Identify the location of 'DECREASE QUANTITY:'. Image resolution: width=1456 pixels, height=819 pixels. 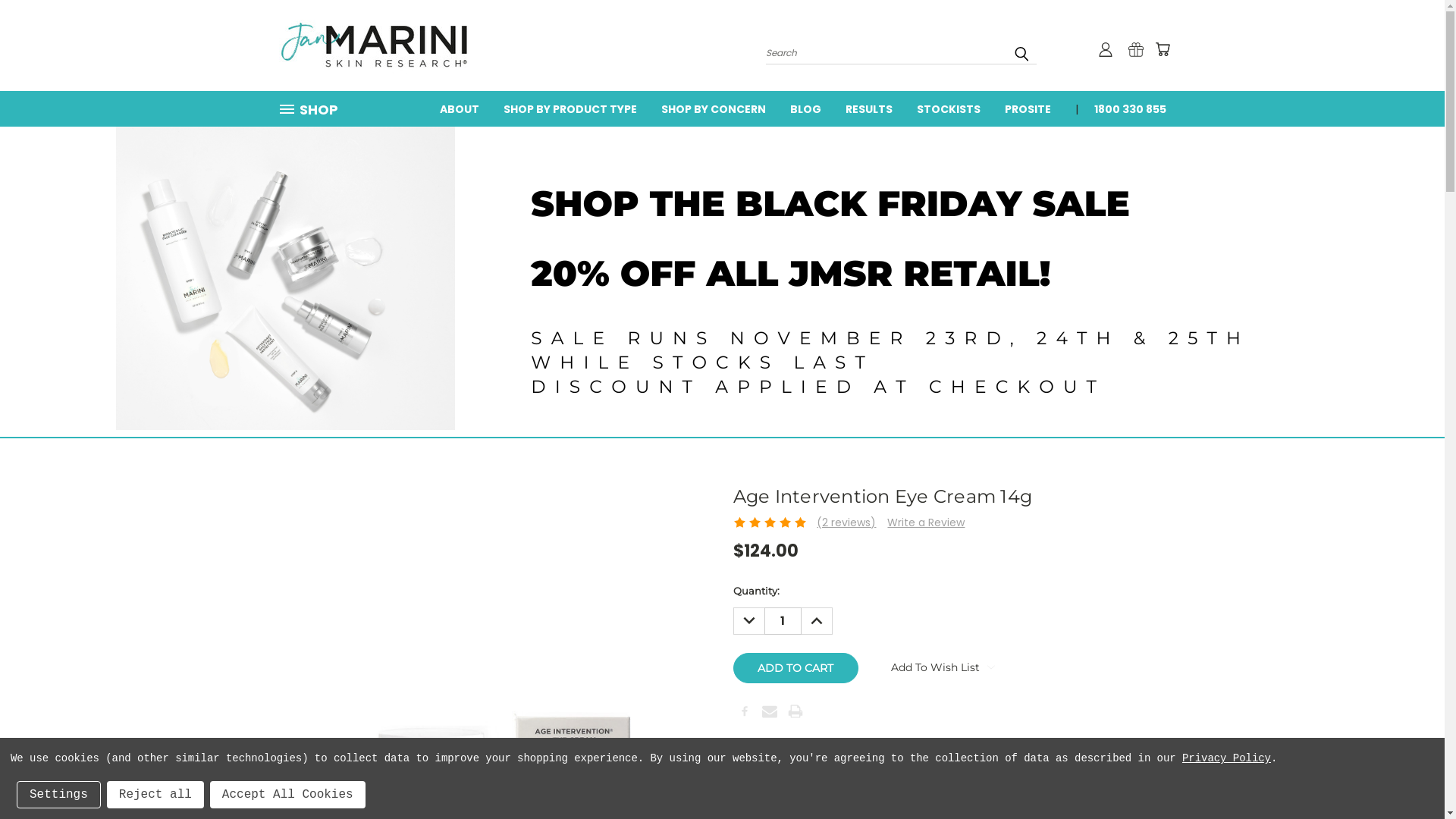
(732, 620).